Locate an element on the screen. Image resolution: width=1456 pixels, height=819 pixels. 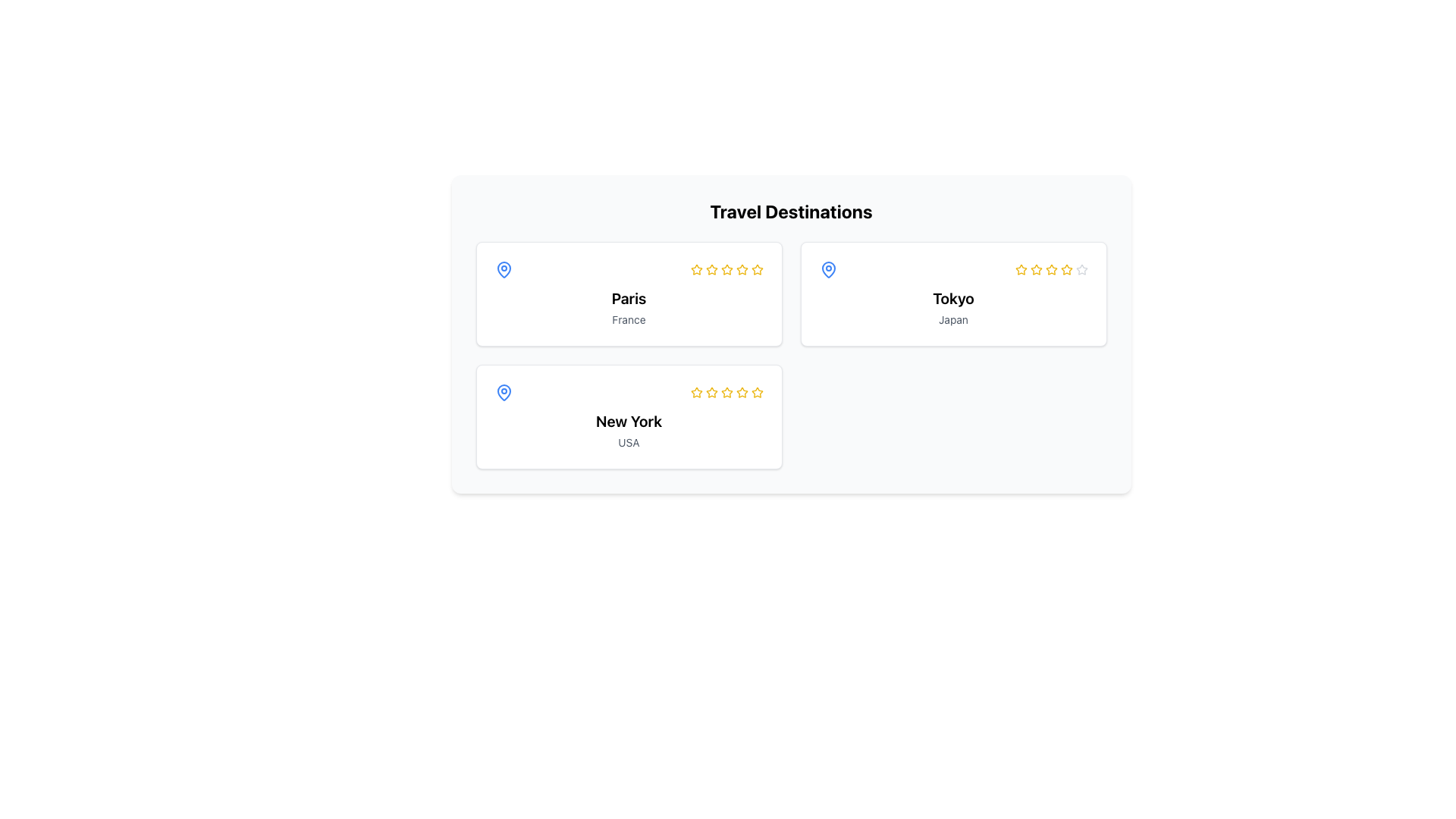
the third star in the 5-star rating system located in the bottom-left card for New York is located at coordinates (711, 391).